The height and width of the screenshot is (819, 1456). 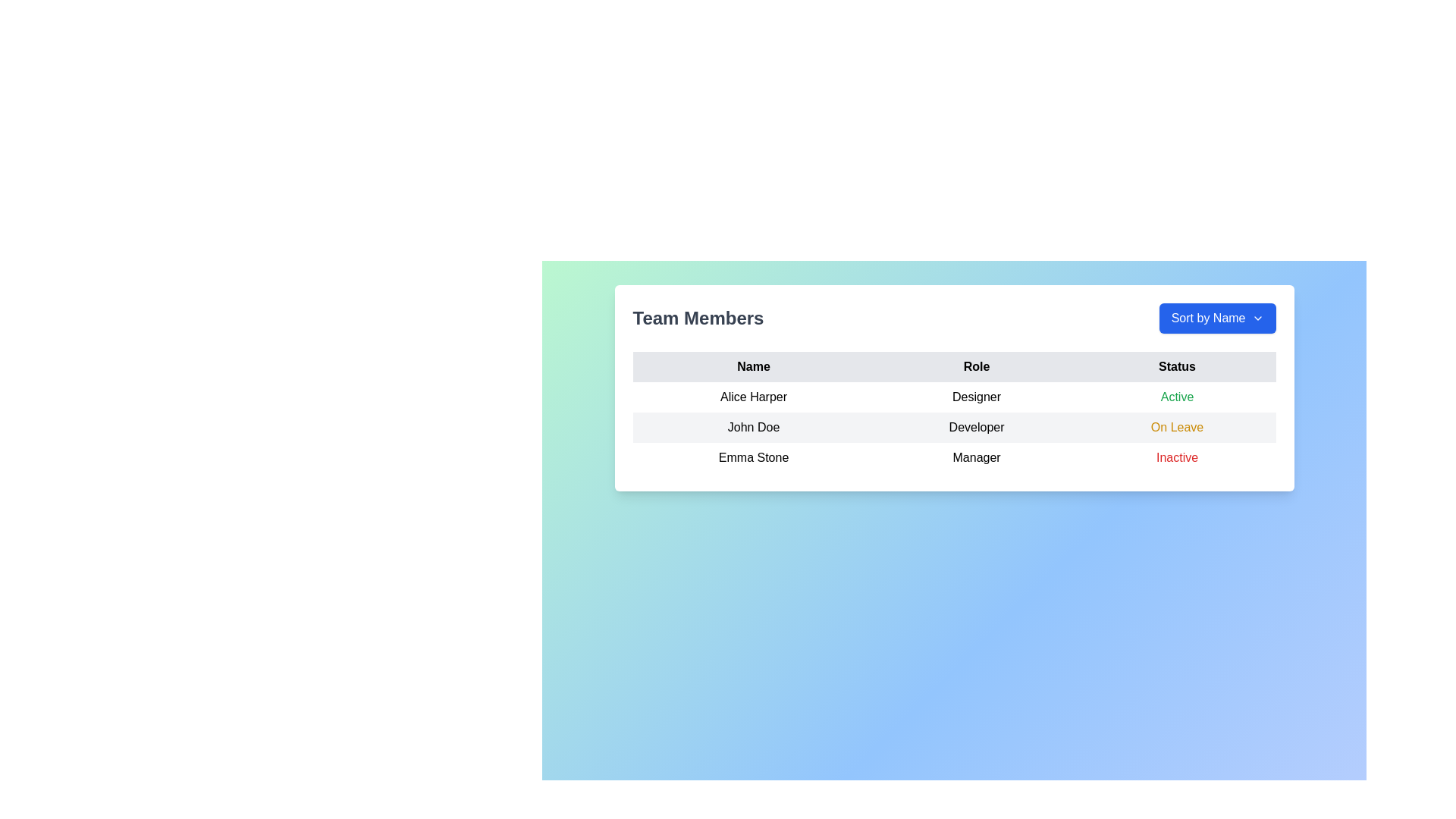 What do you see at coordinates (1176, 427) in the screenshot?
I see `text label displaying 'On Leave' in bold yellow font located in the third position of the table's row` at bounding box center [1176, 427].